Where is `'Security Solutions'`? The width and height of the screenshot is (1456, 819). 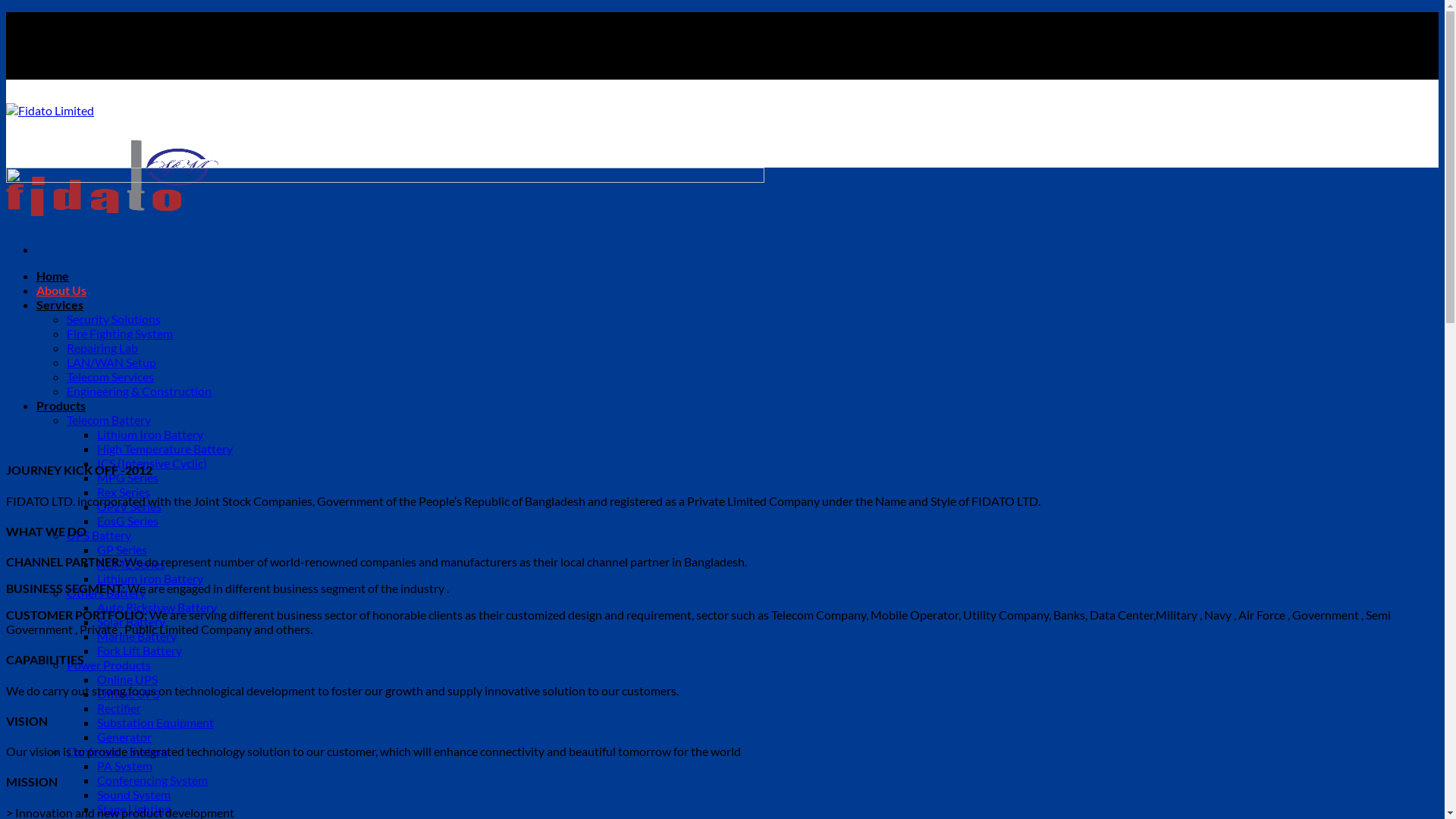 'Security Solutions' is located at coordinates (112, 318).